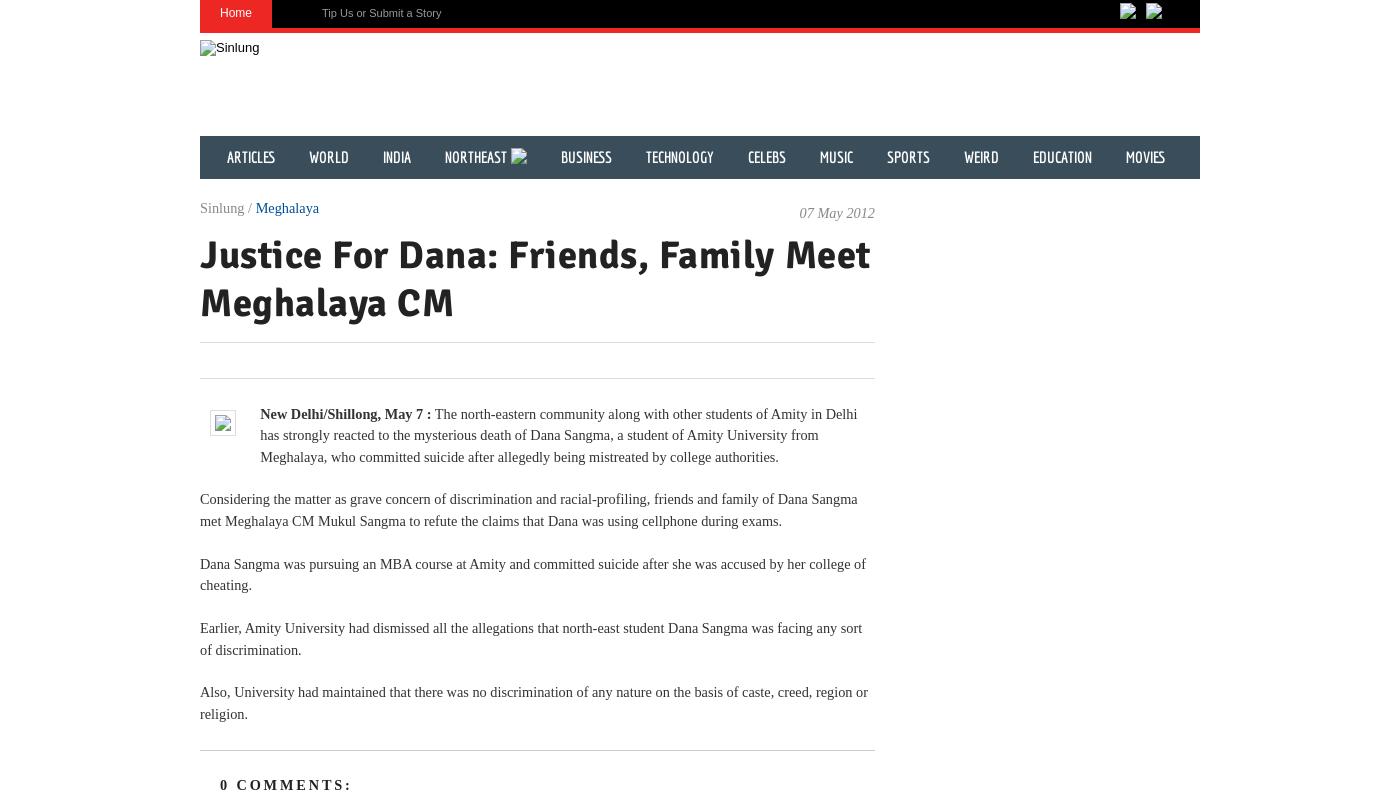  Describe the element at coordinates (528, 509) in the screenshot. I see `'Considering the matter as grave concern of 
discrimination and racial-profiling, friends and family of Dana Sangma 
met Meghalaya CM Mukul Sangma to refute the claims that Dana was using 
cellphone during exams.'` at that location.